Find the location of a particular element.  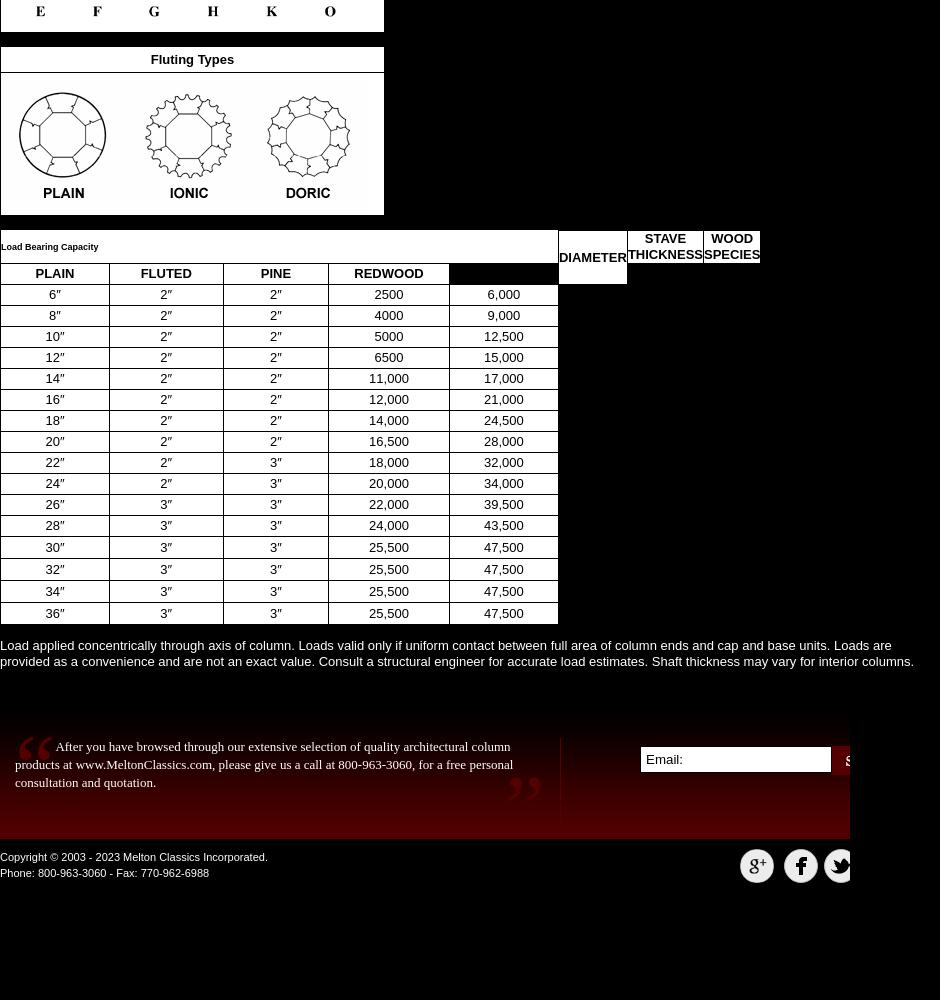

'16,500' is located at coordinates (387, 440).